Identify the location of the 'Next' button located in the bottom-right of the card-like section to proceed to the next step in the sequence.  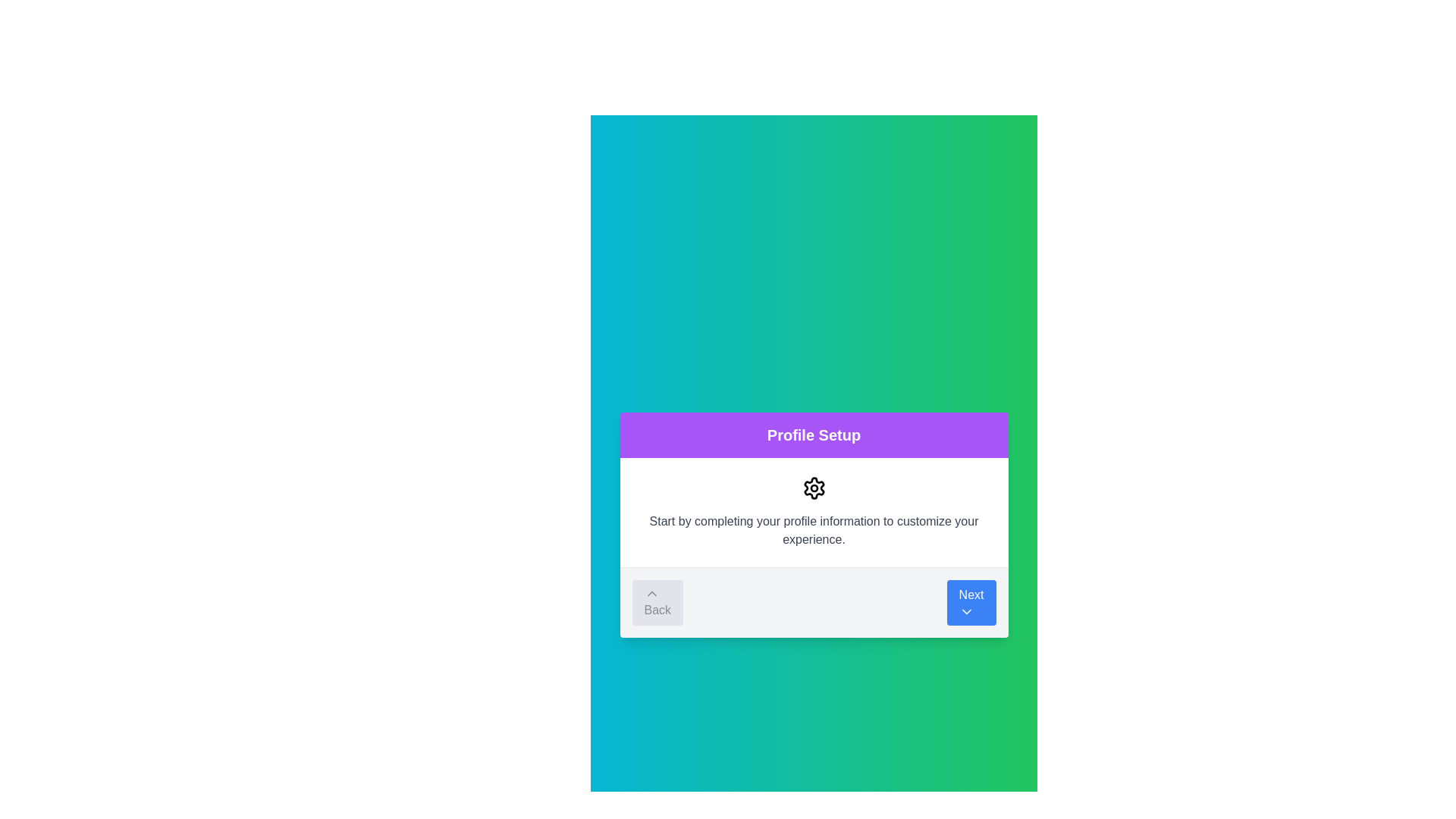
(971, 601).